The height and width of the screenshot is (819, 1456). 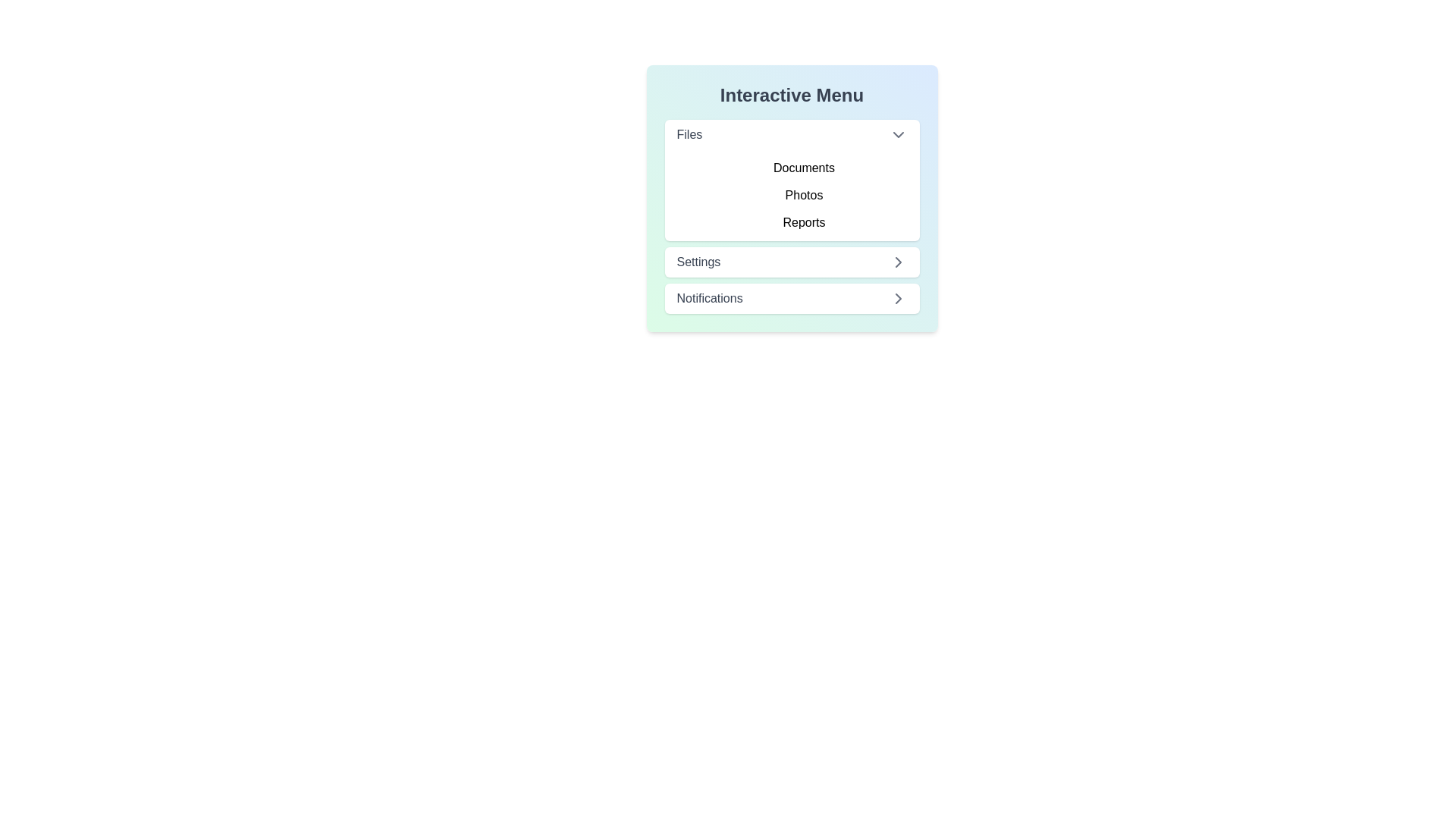 I want to click on the 'Notifications' button, which is a rectangular button with a white background, rounded corners, and a shadow effect, located at the bottom of a vertical group of buttons, so click(x=791, y=298).